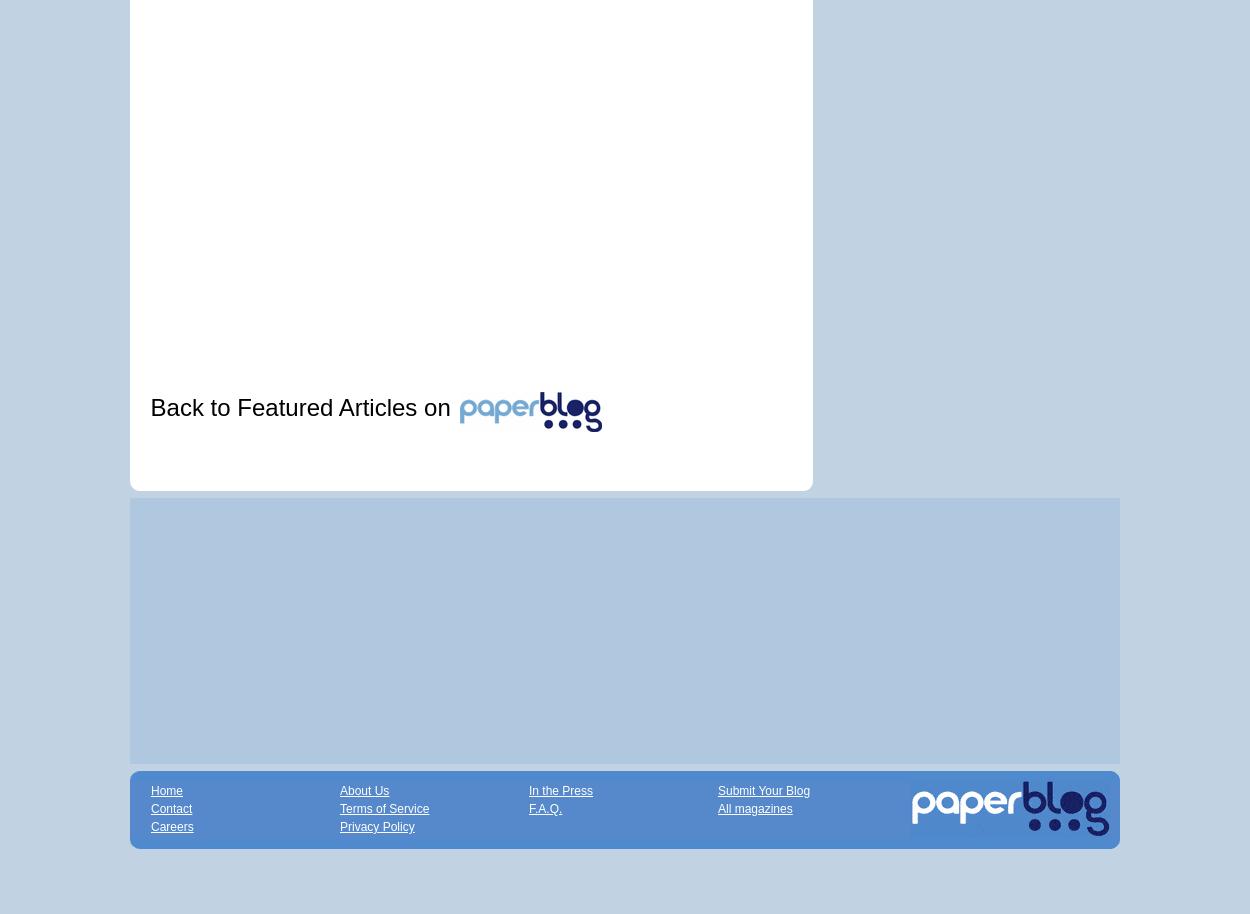 The height and width of the screenshot is (914, 1250). I want to click on 'Submit Your Blog', so click(764, 789).